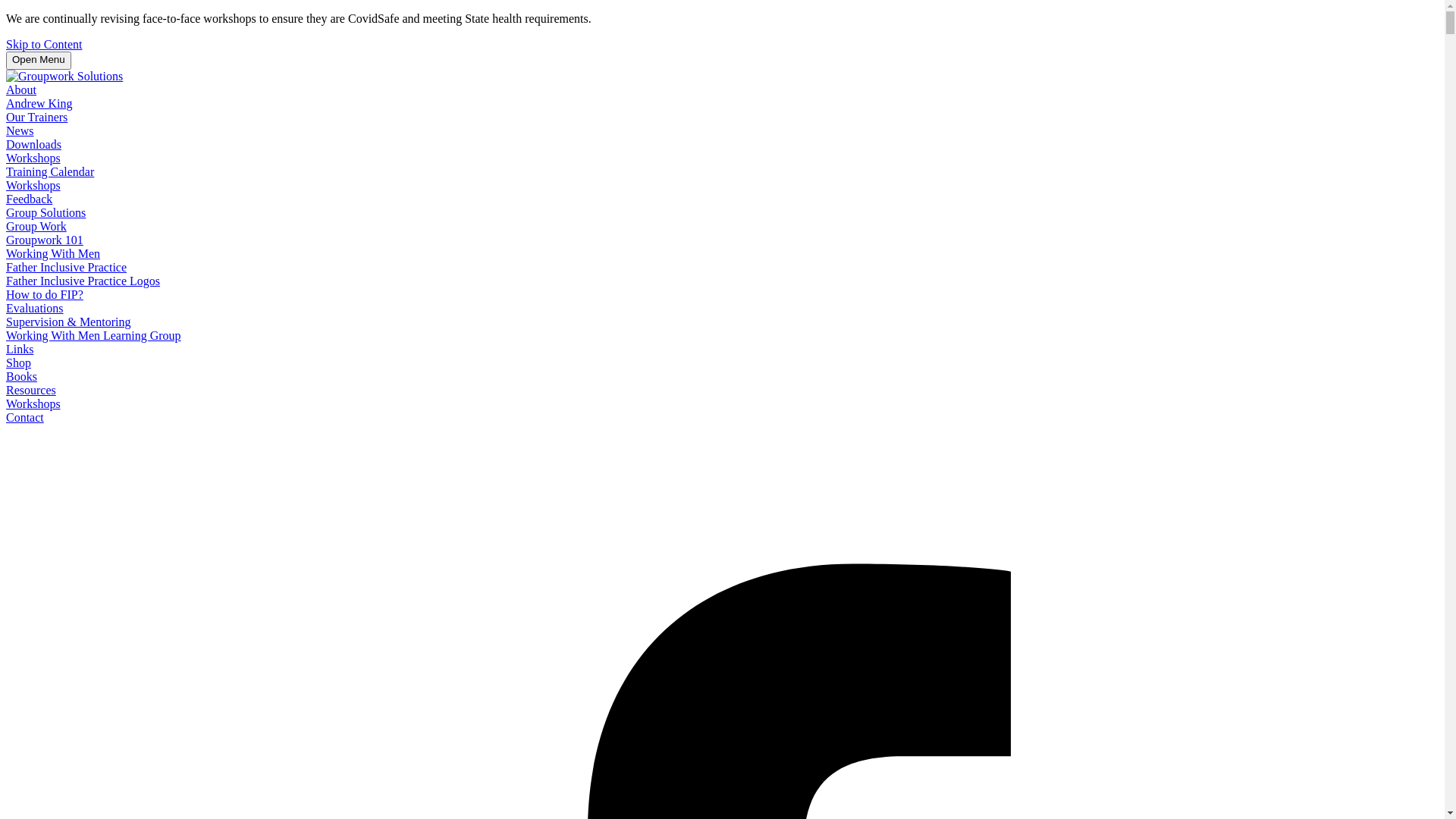  What do you see at coordinates (53, 253) in the screenshot?
I see `'Working With Men'` at bounding box center [53, 253].